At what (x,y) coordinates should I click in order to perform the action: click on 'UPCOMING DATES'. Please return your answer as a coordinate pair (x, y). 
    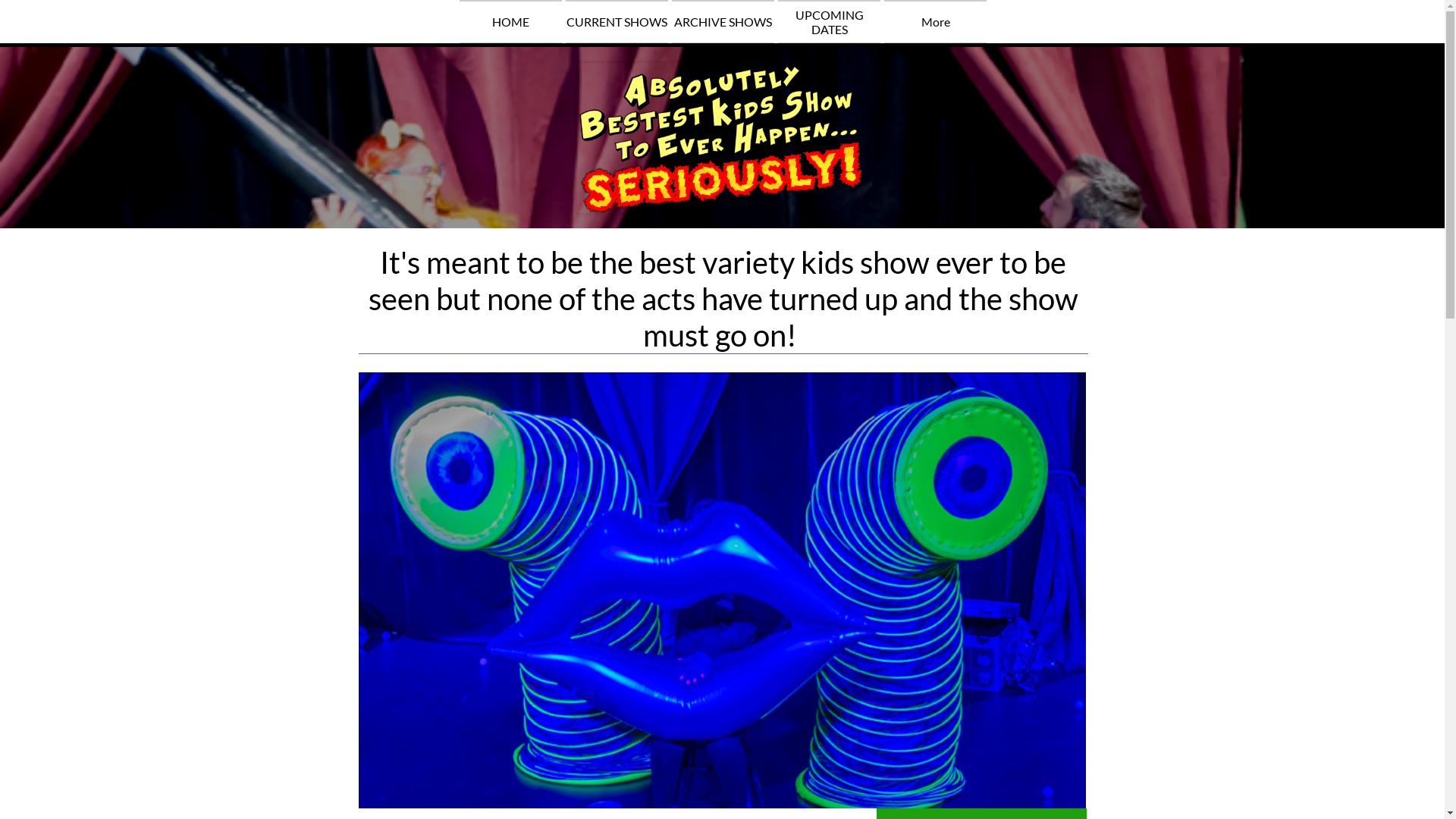
    Looking at the image, I should click on (828, 21).